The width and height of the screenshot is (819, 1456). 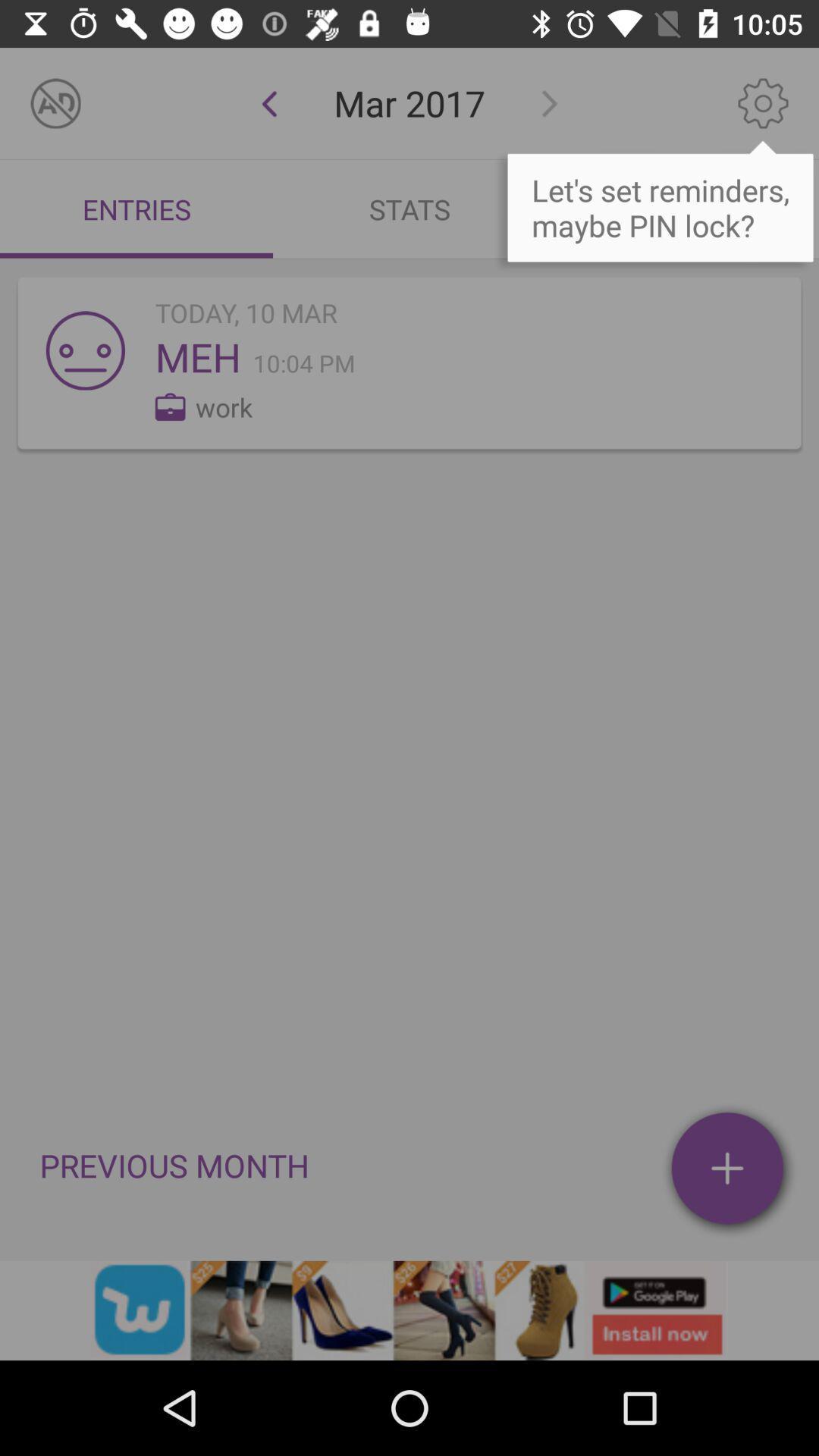 What do you see at coordinates (763, 102) in the screenshot?
I see `the settings icon` at bounding box center [763, 102].